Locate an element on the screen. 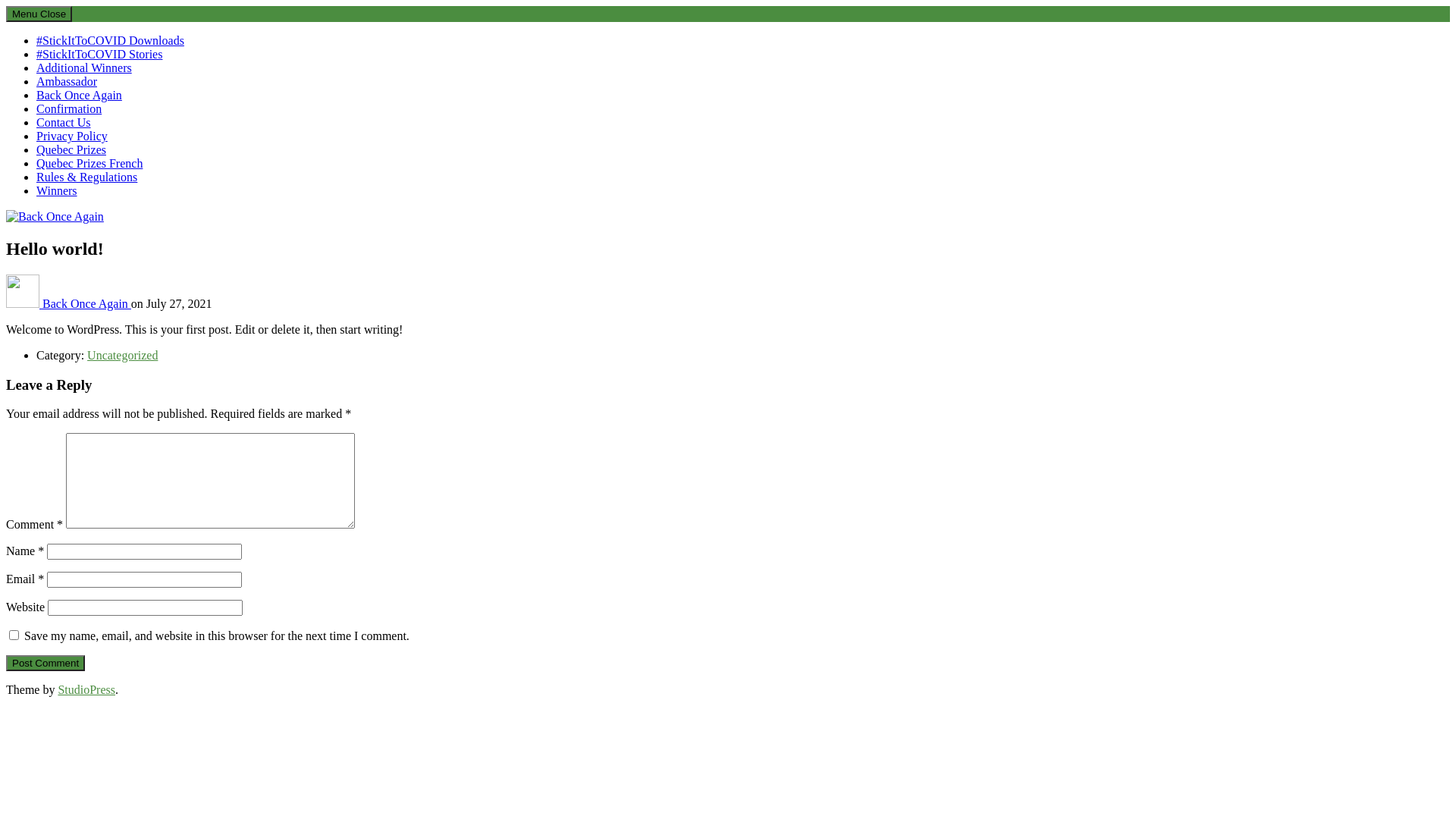  'Ambassador' is located at coordinates (65, 81).